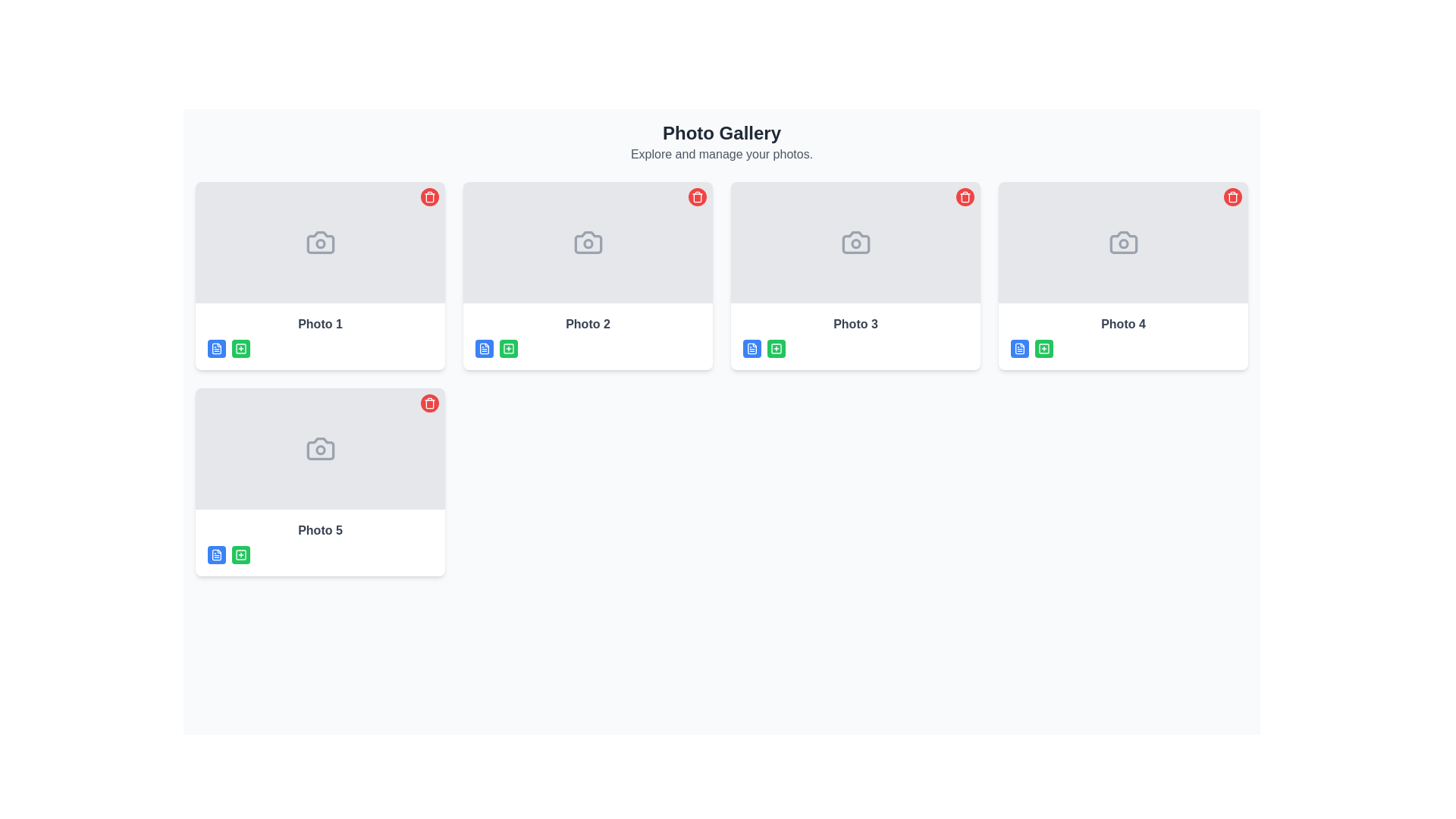  Describe the element at coordinates (720, 155) in the screenshot. I see `the Text label that provides descriptive context for the 'Photo Gallery' feature, located below the 'Photo Gallery' header` at that location.